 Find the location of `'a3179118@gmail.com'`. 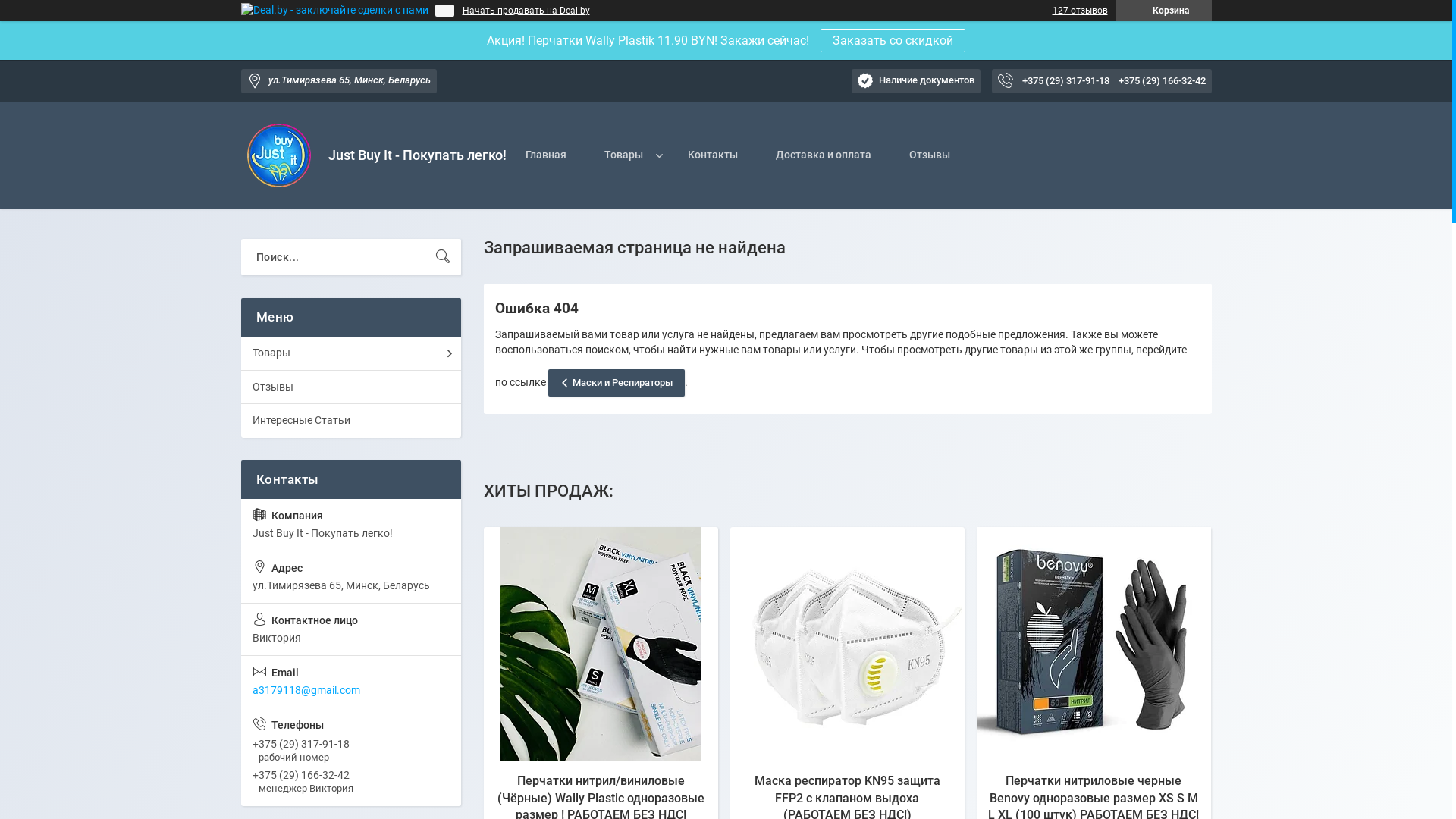

'a3179118@gmail.com' is located at coordinates (350, 681).